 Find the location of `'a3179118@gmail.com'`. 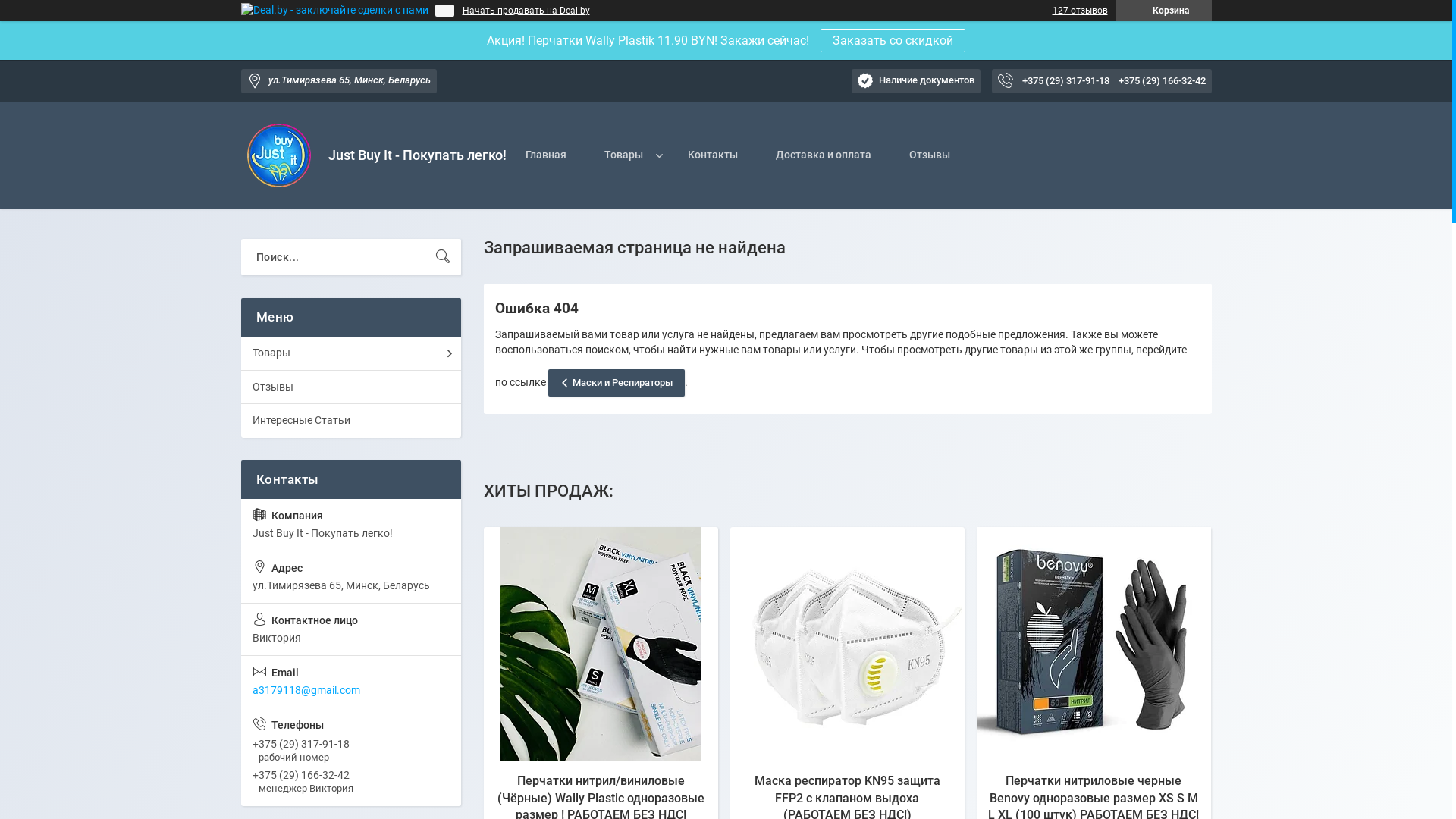

'a3179118@gmail.com' is located at coordinates (350, 681).